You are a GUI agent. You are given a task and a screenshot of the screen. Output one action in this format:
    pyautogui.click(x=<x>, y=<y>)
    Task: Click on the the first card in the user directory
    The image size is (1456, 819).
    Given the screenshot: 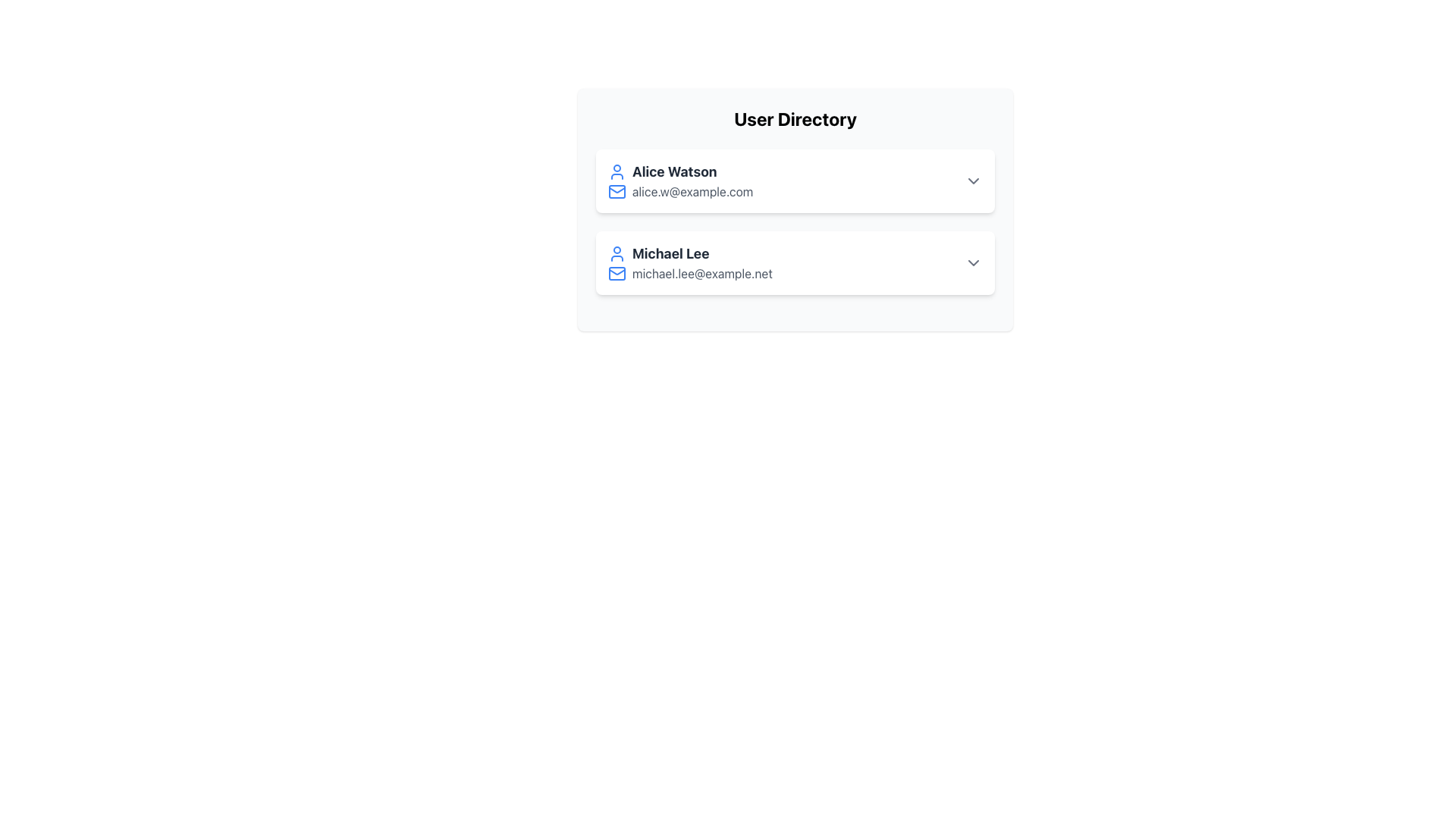 What is the action you would take?
    pyautogui.click(x=795, y=180)
    